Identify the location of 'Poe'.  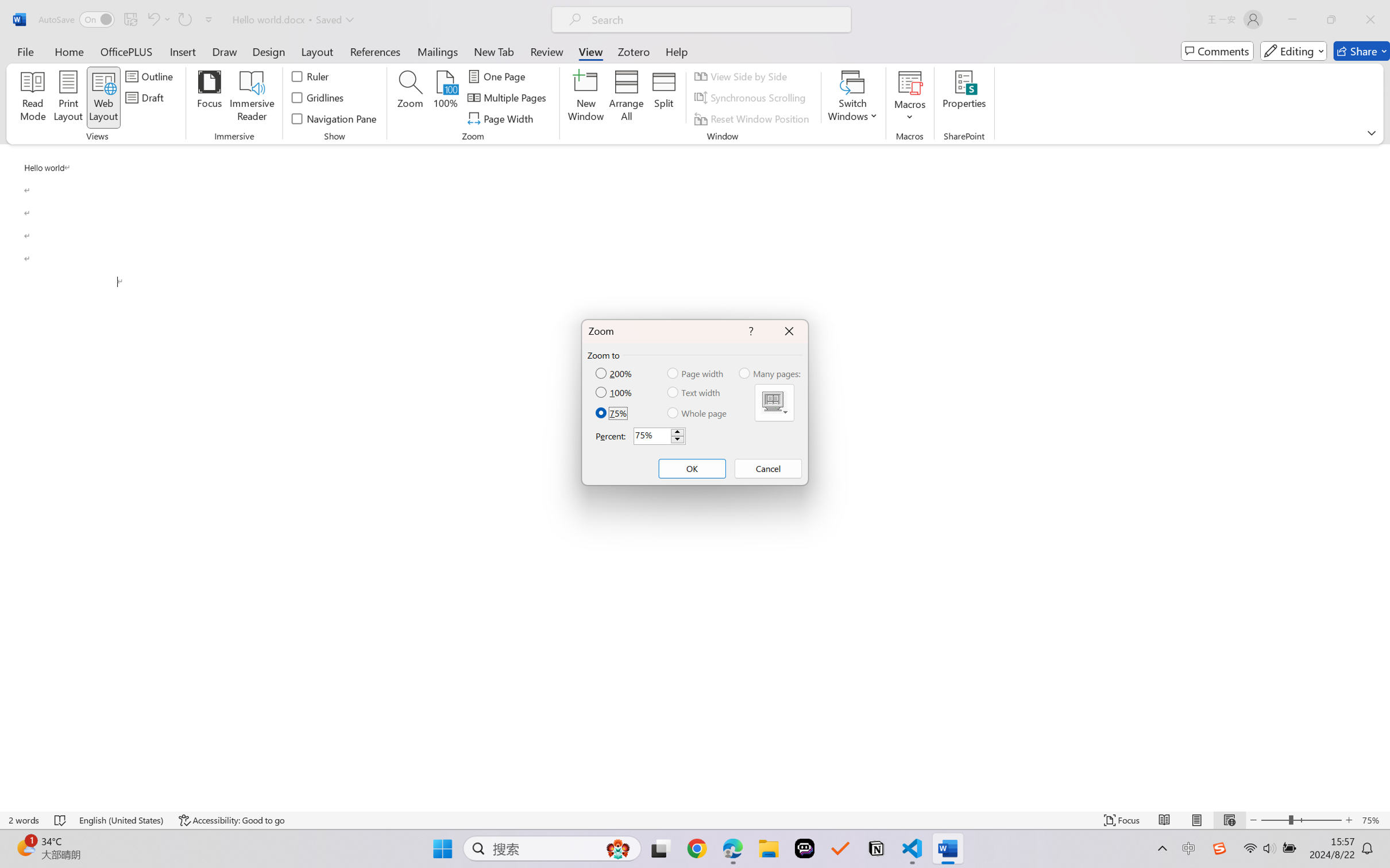
(804, 848).